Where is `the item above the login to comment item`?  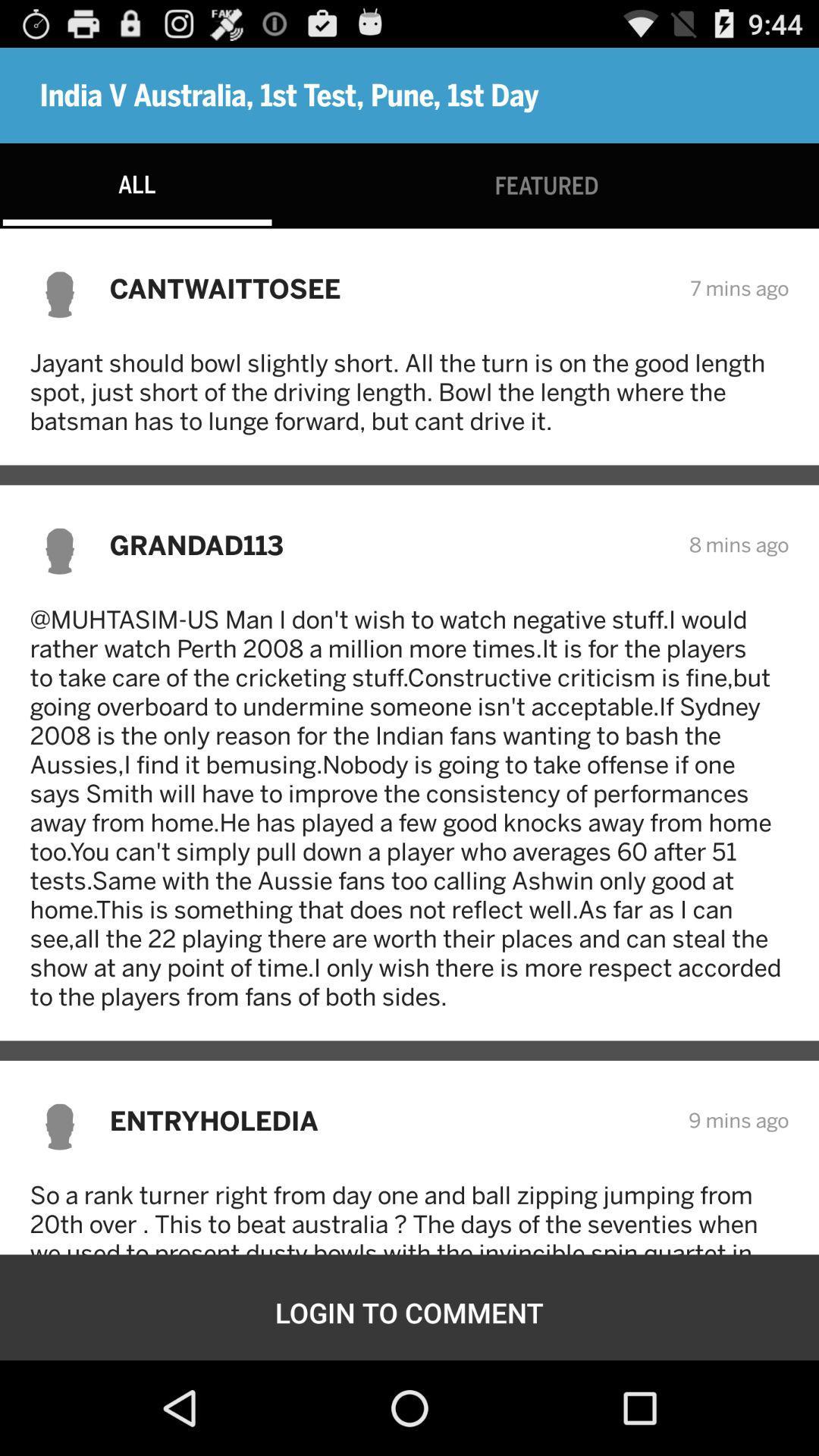 the item above the login to comment item is located at coordinates (409, 1217).